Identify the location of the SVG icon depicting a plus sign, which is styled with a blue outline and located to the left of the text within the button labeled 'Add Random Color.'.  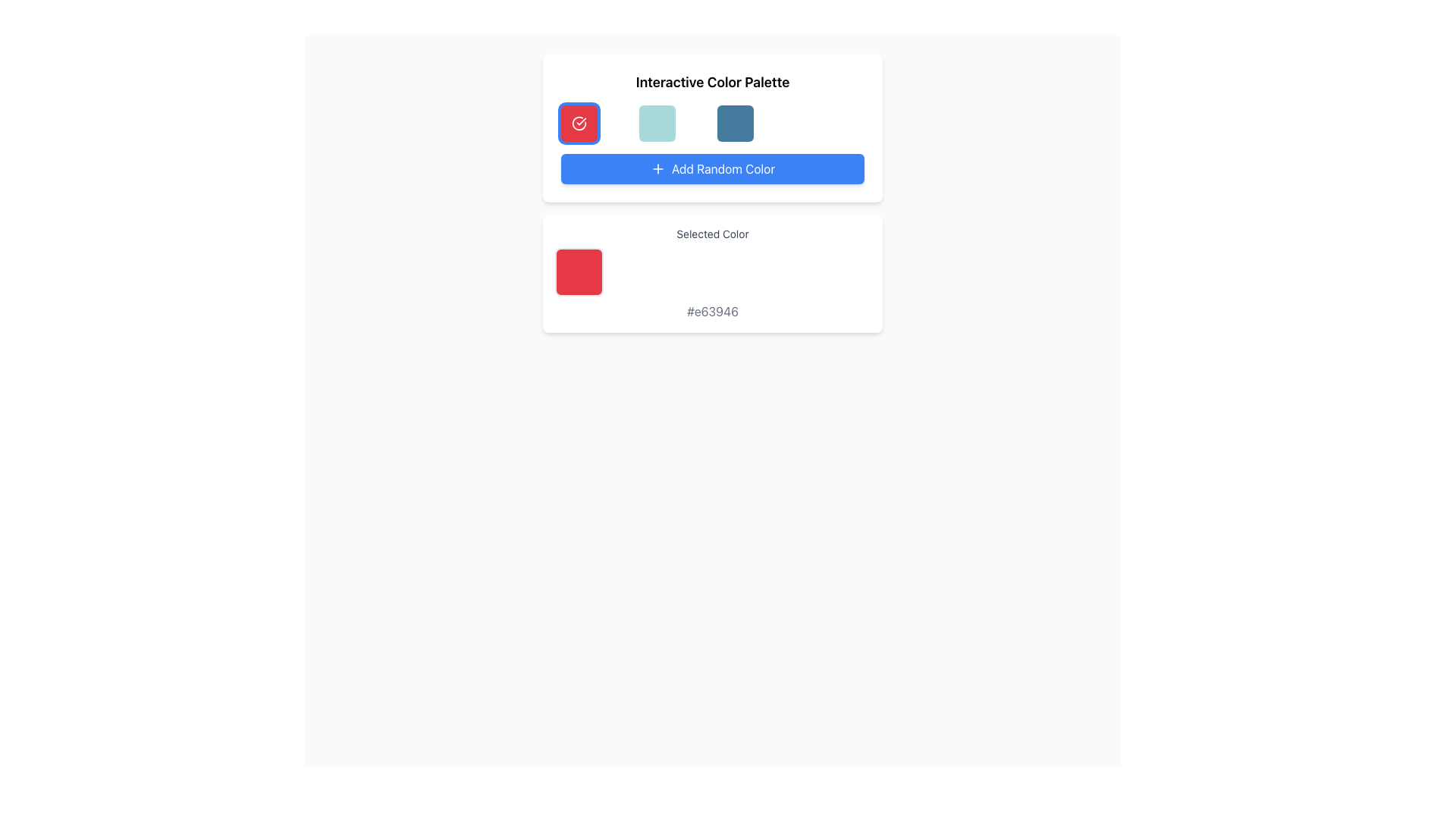
(657, 169).